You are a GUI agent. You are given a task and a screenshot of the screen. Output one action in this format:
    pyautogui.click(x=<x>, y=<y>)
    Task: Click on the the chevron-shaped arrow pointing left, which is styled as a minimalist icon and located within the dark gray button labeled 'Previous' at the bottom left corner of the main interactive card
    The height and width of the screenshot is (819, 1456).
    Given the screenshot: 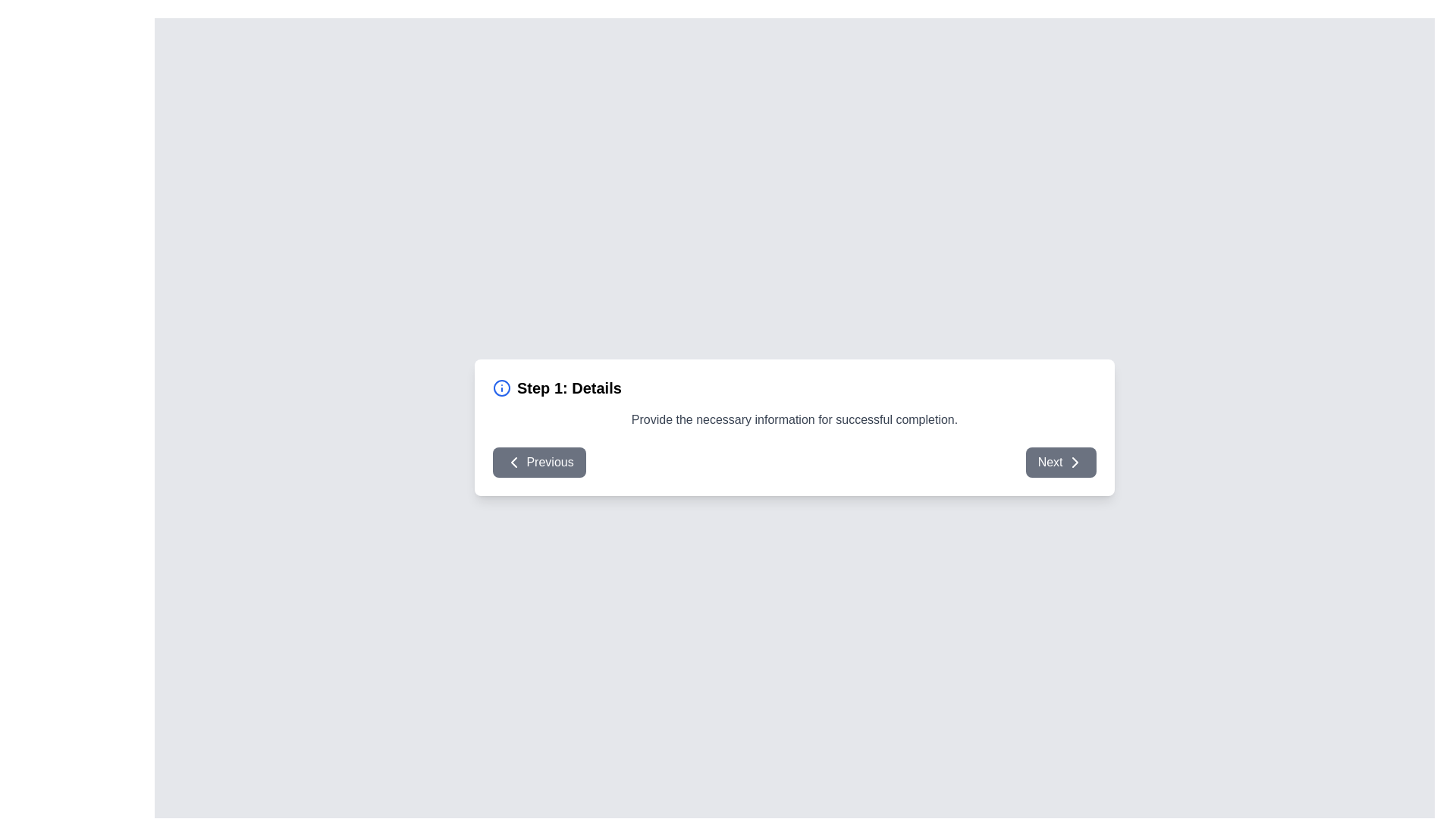 What is the action you would take?
    pyautogui.click(x=513, y=461)
    